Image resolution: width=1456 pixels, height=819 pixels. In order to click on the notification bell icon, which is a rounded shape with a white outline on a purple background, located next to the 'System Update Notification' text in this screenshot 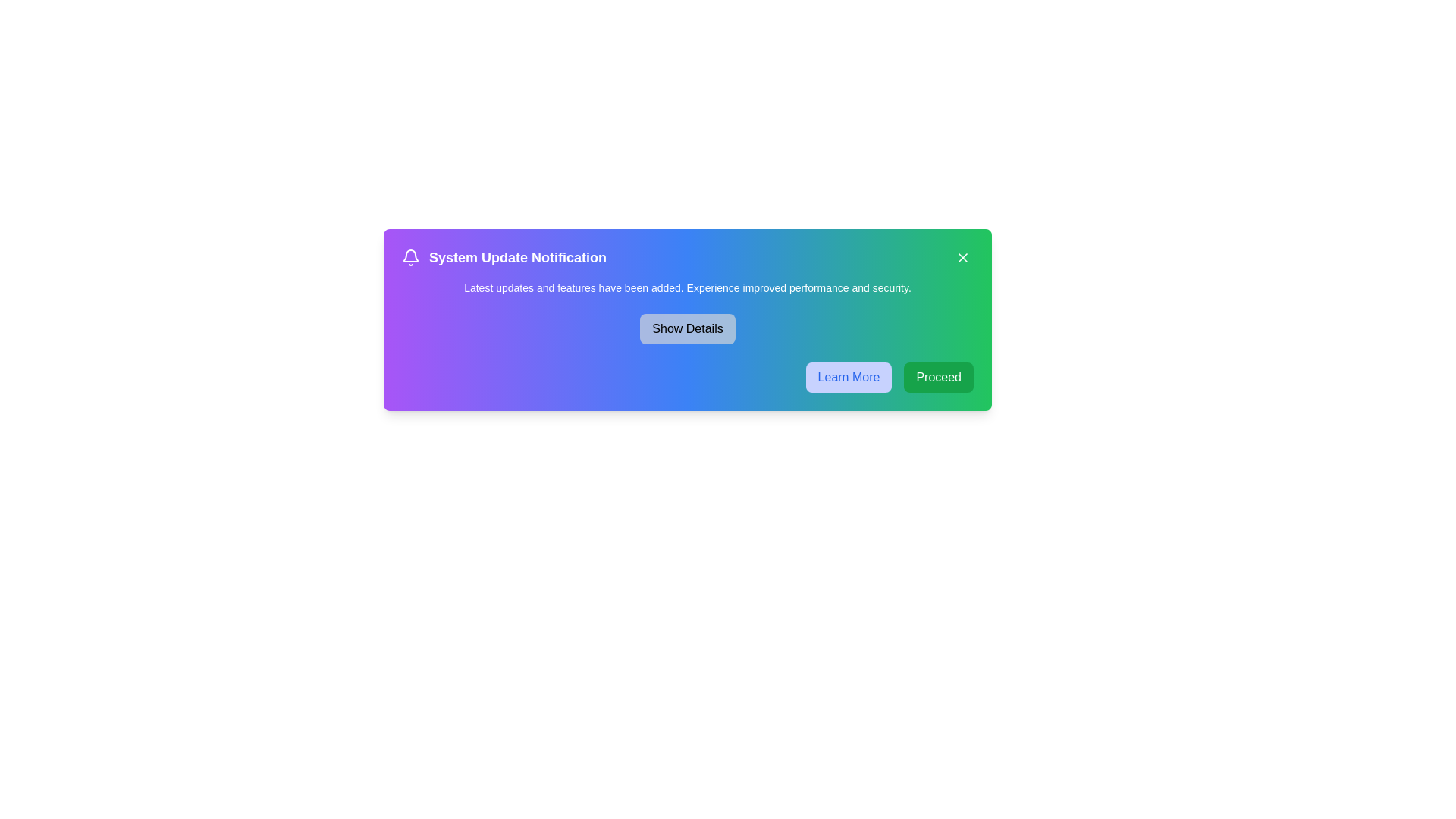, I will do `click(411, 256)`.